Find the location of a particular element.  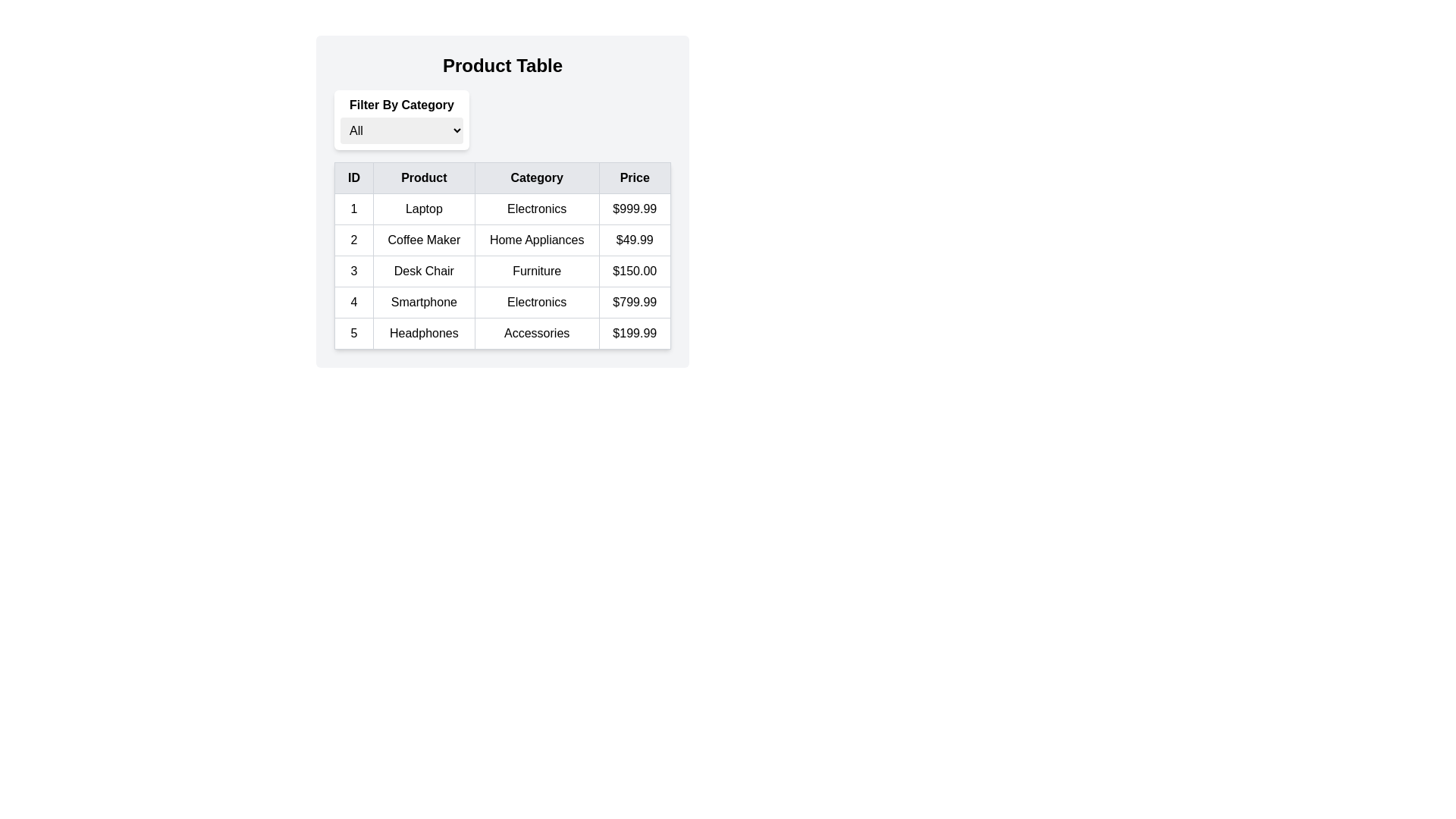

detailed information presented in the second row of the 'Product Table' containing the product 'Coffee Maker' is located at coordinates (502, 239).